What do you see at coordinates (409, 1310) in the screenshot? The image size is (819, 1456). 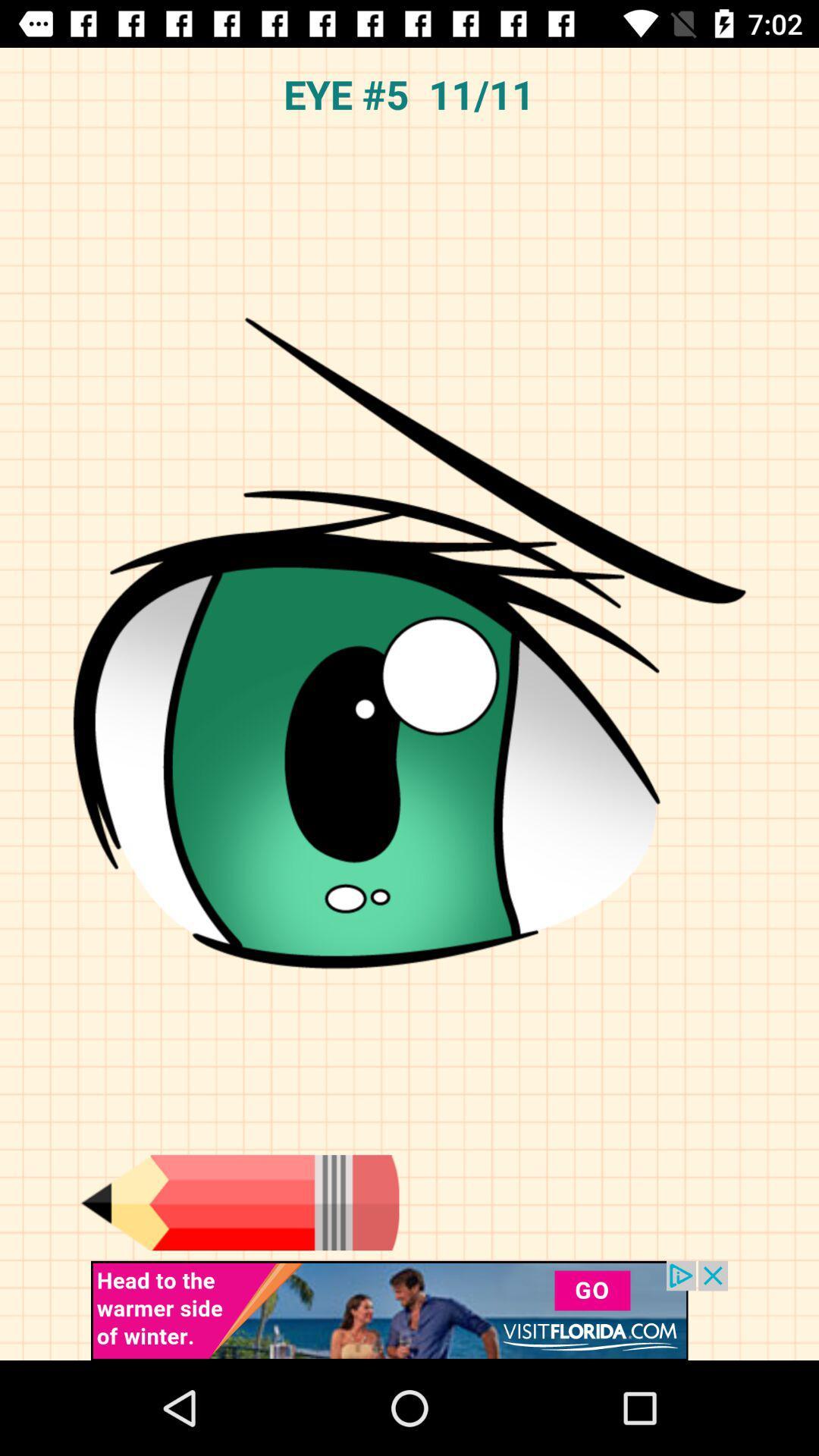 I see `advertisement banner` at bounding box center [409, 1310].